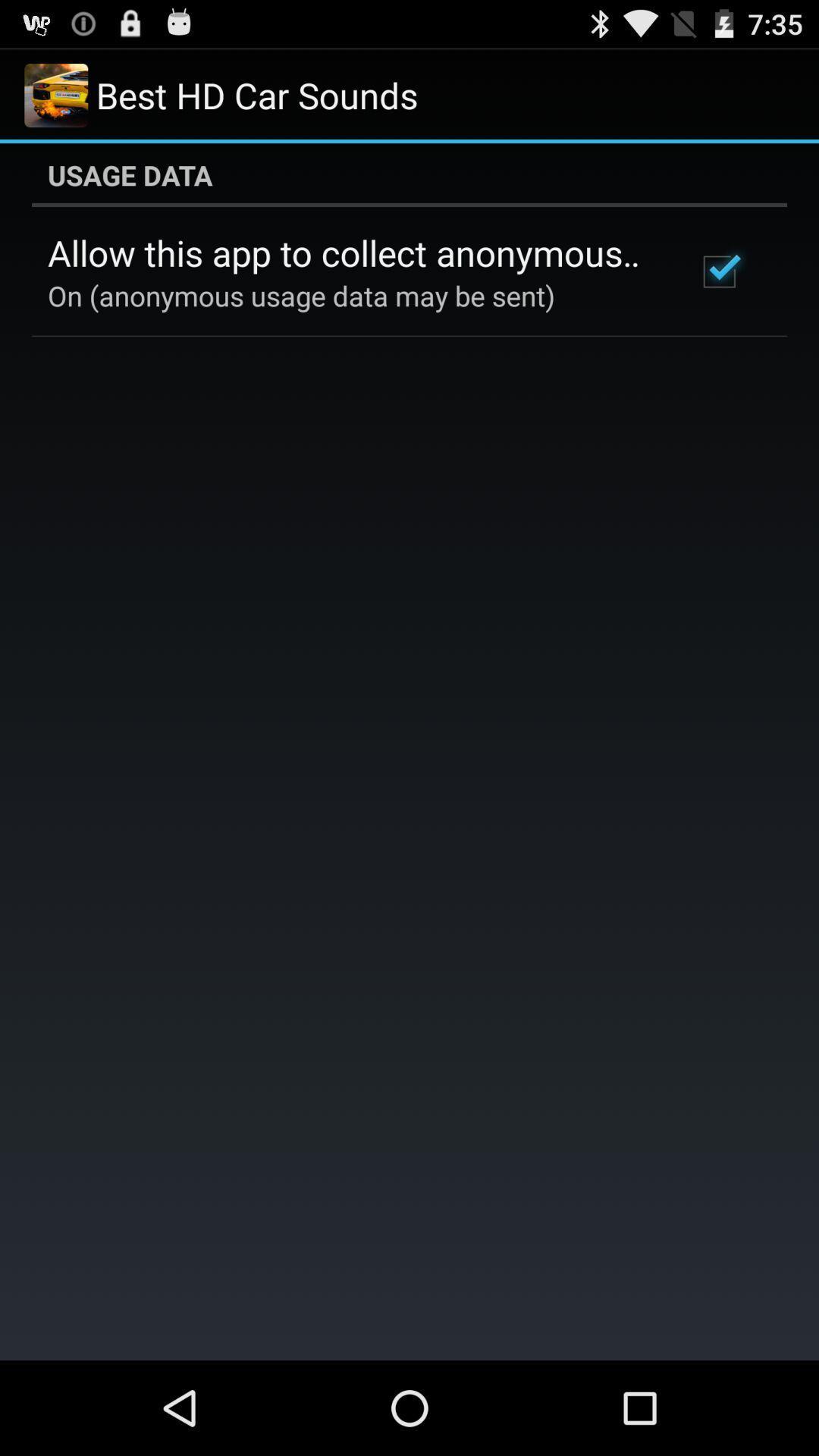 The width and height of the screenshot is (819, 1456). I want to click on item below usage data item, so click(351, 253).